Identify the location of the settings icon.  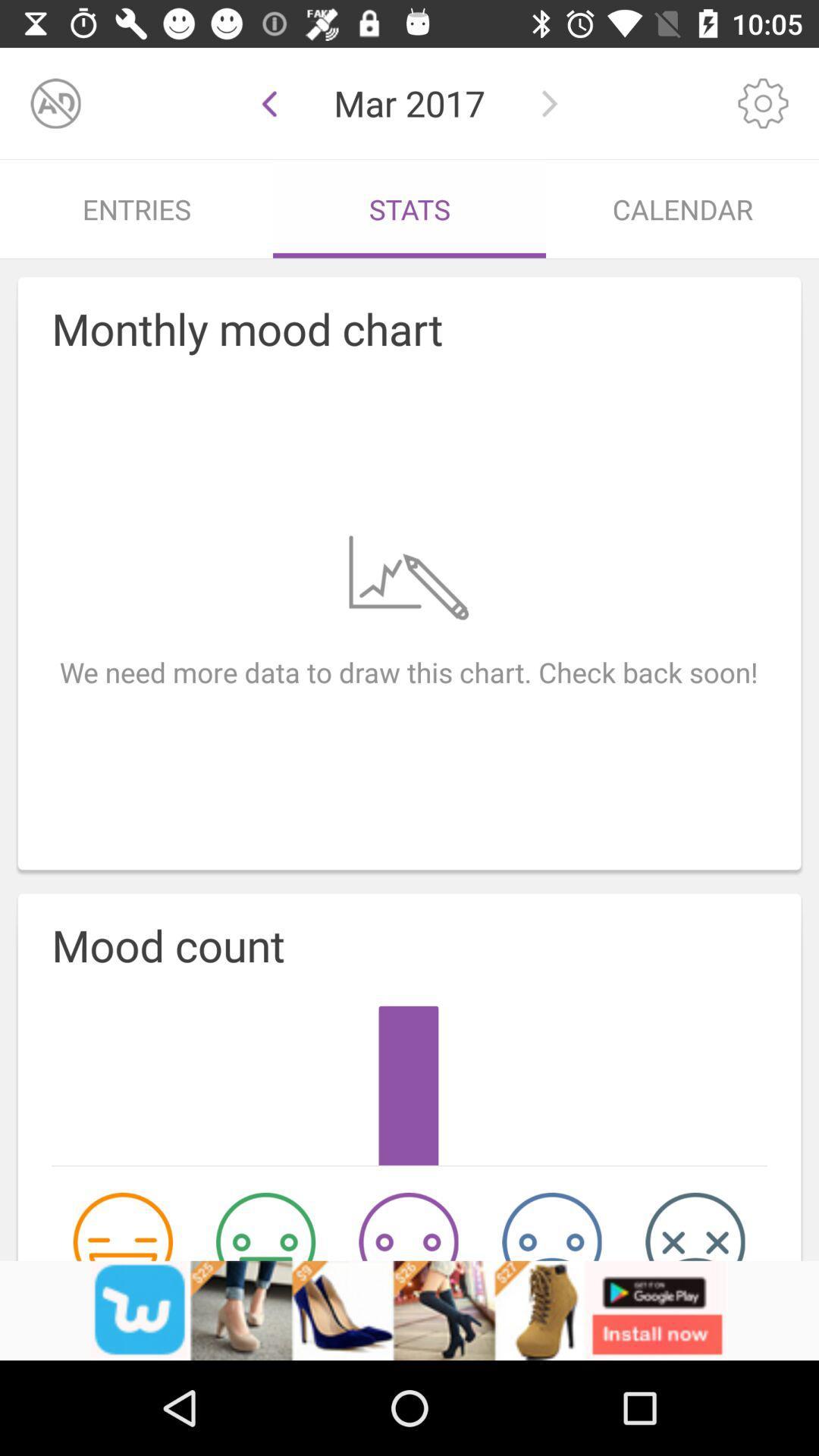
(763, 102).